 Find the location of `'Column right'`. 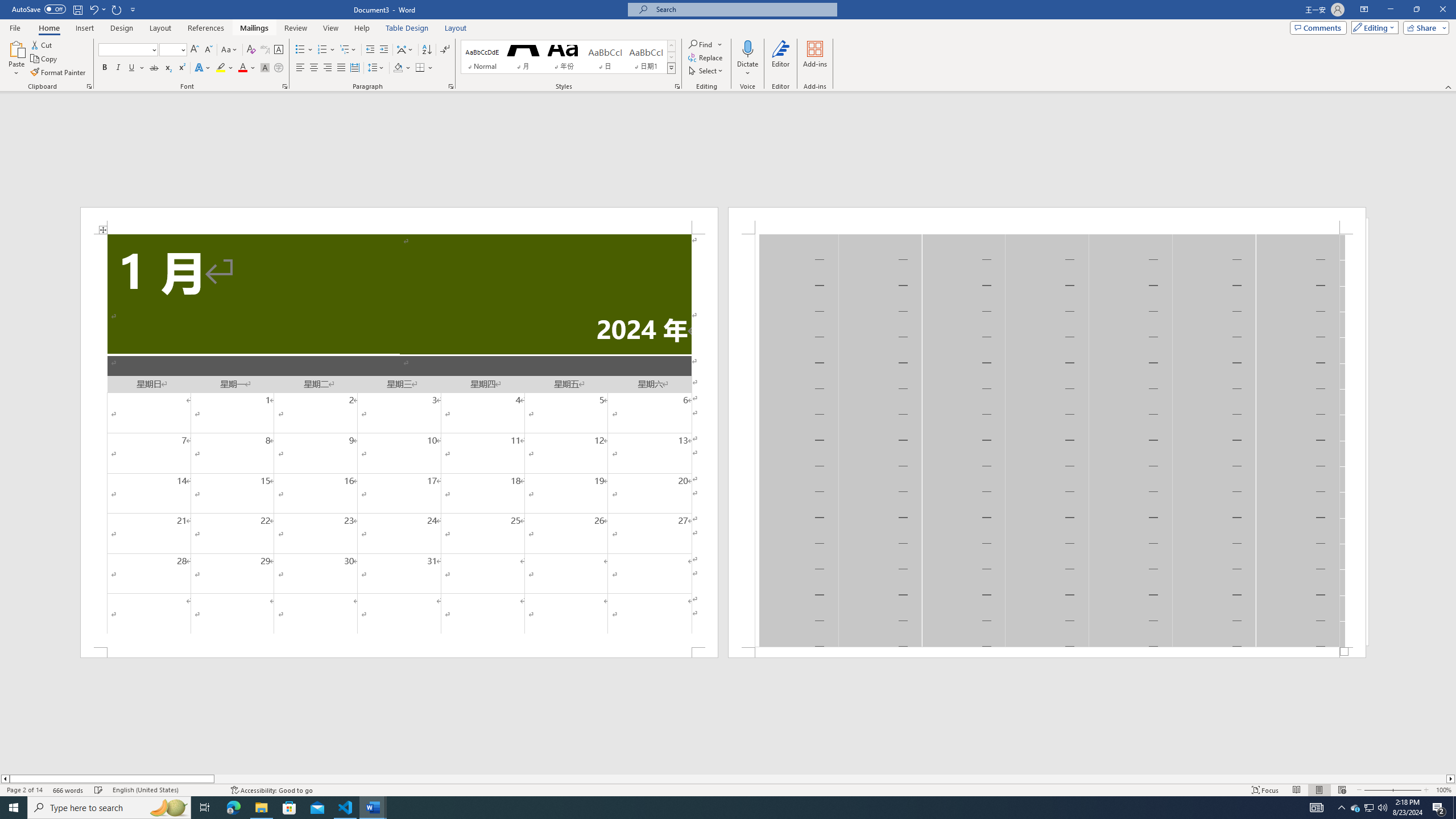

'Column right' is located at coordinates (1451, 778).